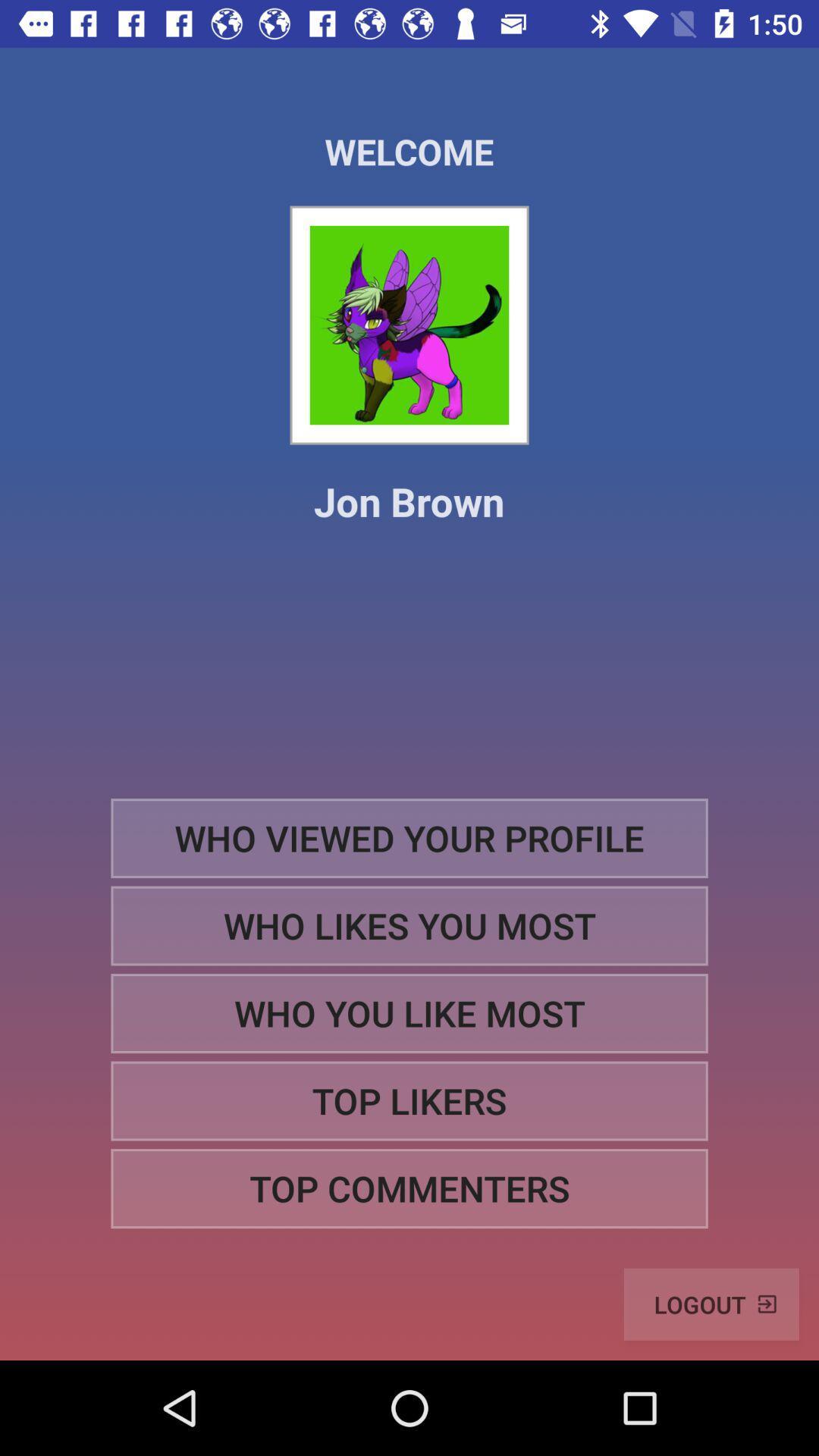  What do you see at coordinates (711, 1304) in the screenshot?
I see `the item below top commenters item` at bounding box center [711, 1304].